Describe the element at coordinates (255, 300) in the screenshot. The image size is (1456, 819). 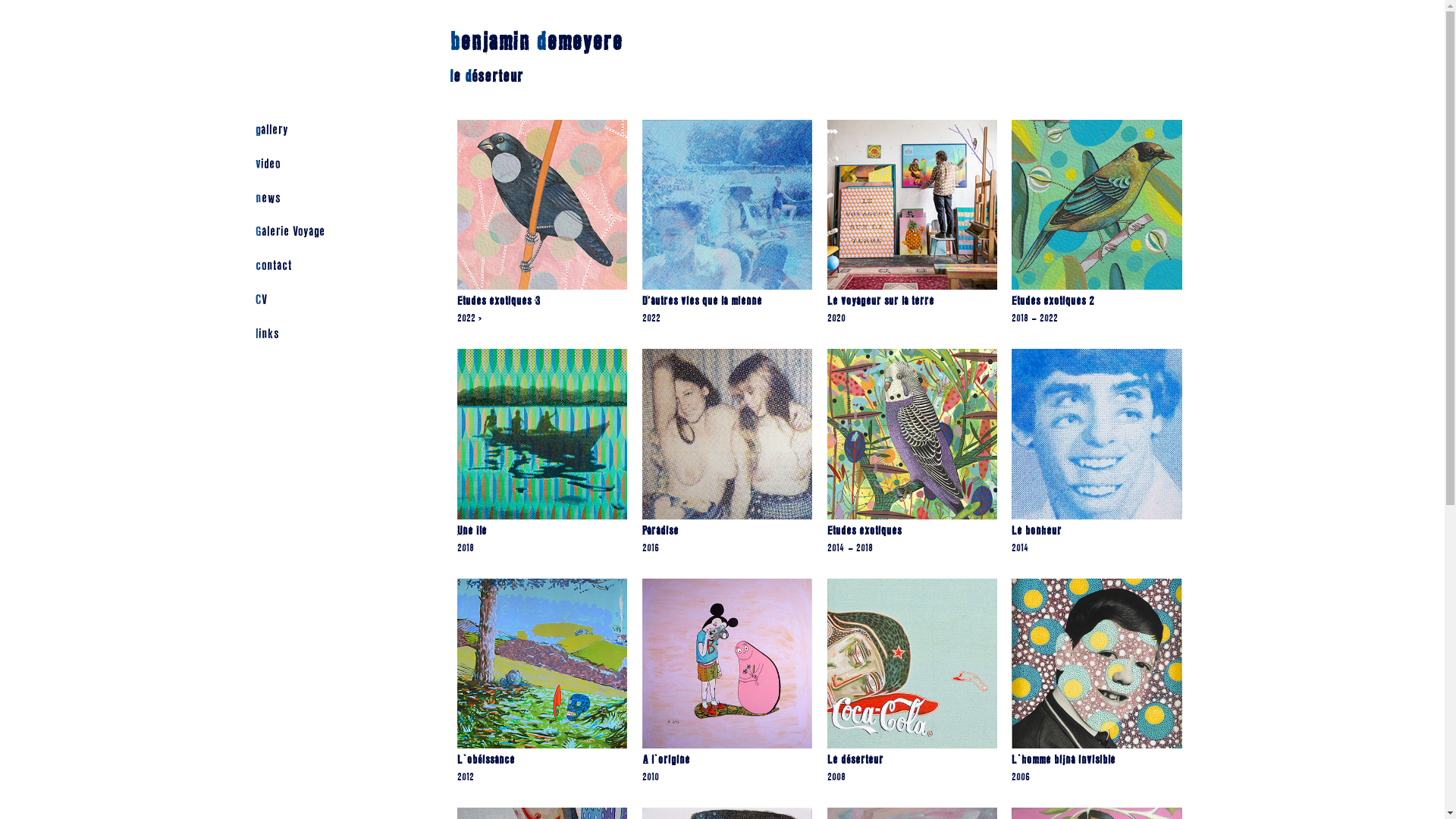
I see `'CV'` at that location.